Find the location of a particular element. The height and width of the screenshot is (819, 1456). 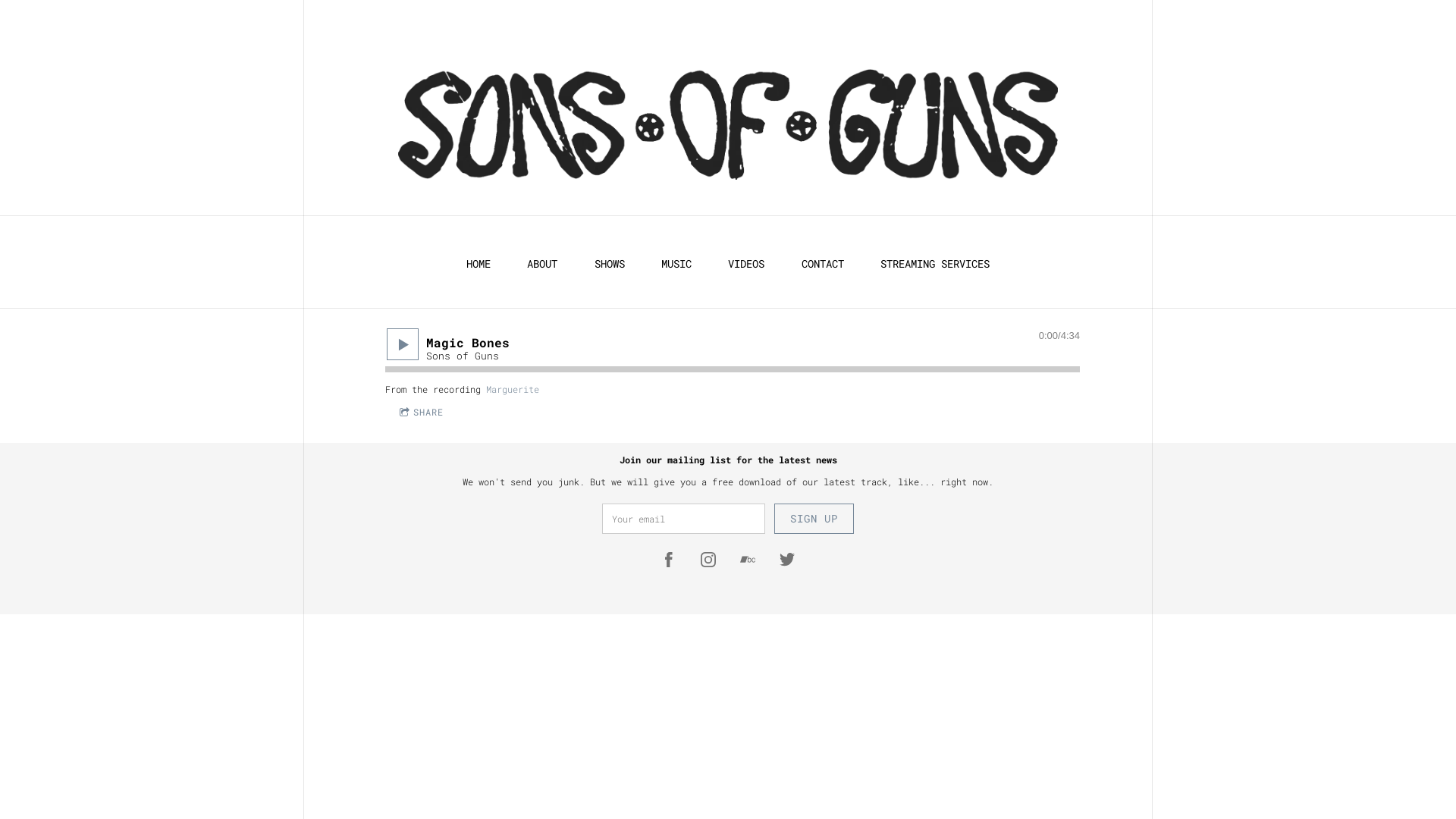

'STREAMING SERVICES' is located at coordinates (934, 262).